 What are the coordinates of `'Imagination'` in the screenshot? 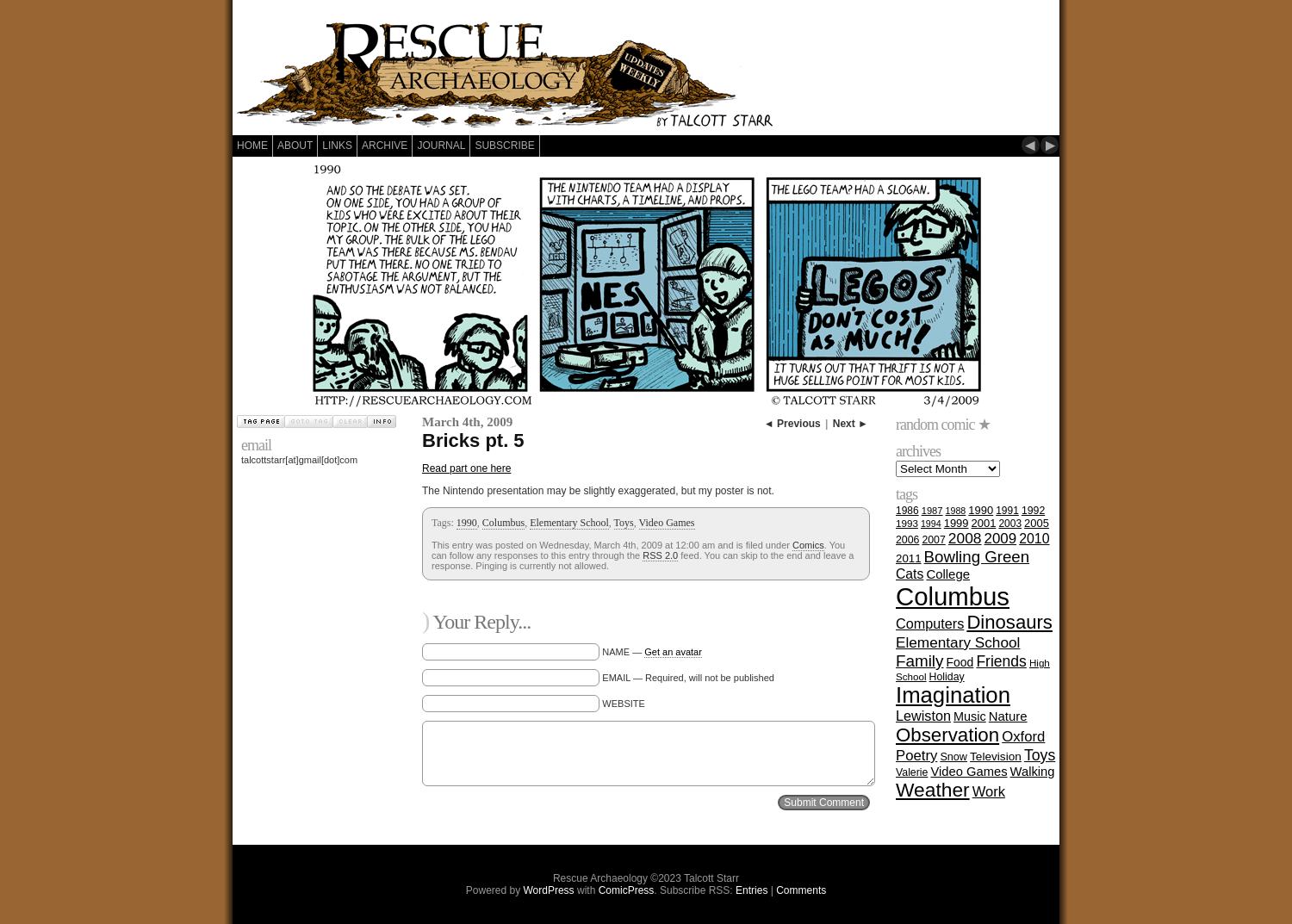 It's located at (951, 695).